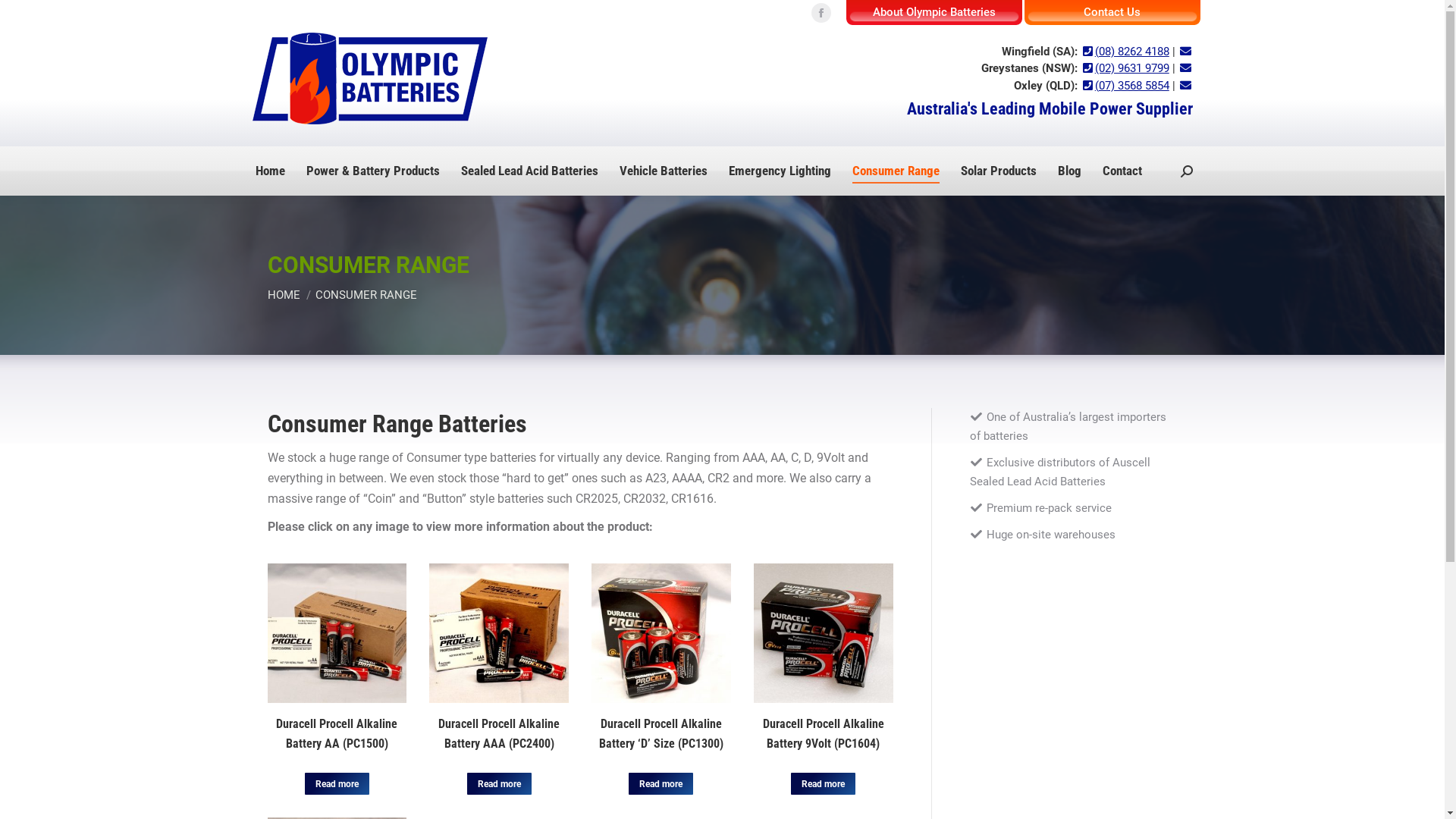 The height and width of the screenshot is (819, 1456). What do you see at coordinates (896, 171) in the screenshot?
I see `'Consumer Range'` at bounding box center [896, 171].